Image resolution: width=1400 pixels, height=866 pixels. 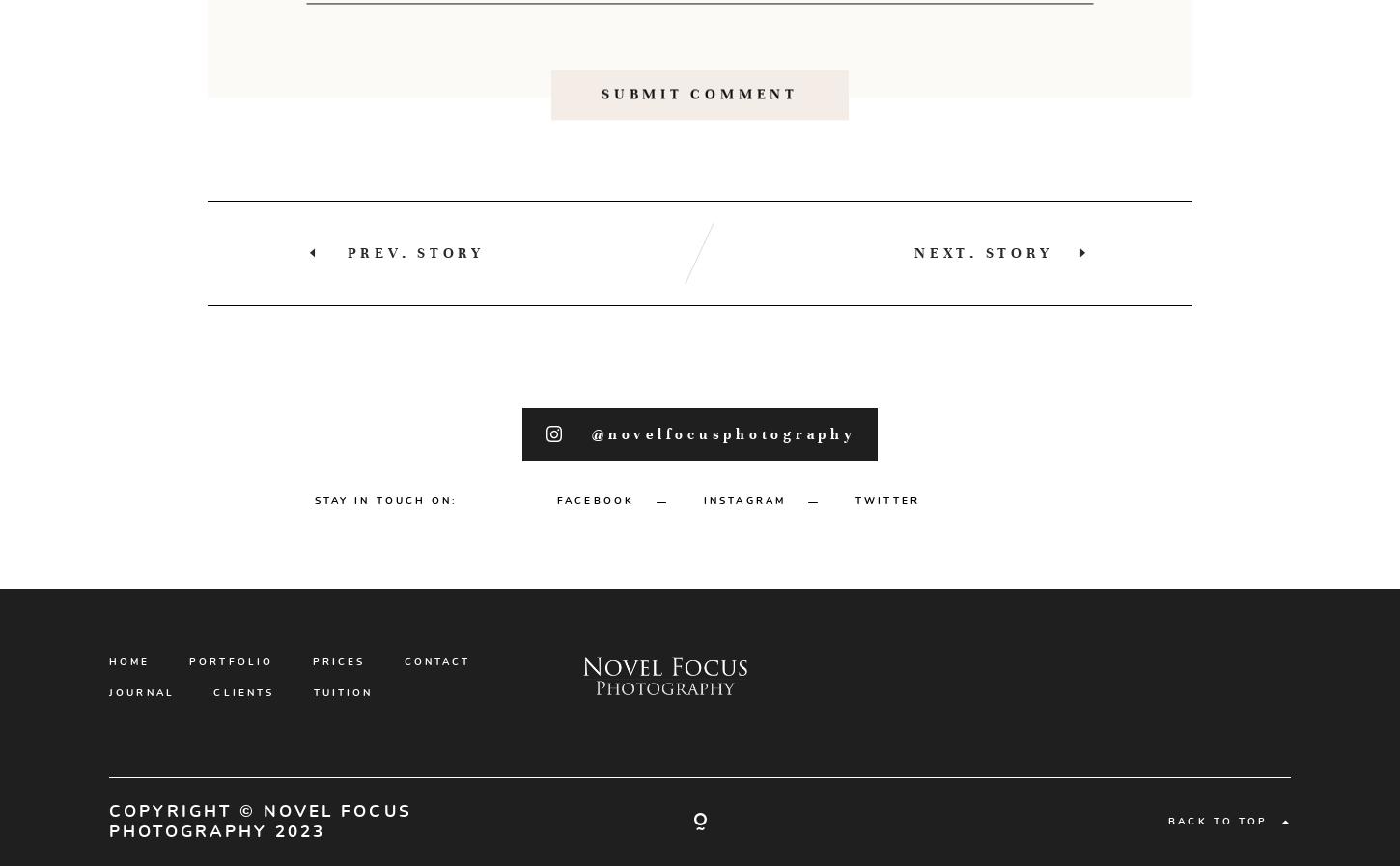 What do you see at coordinates (435, 823) in the screenshot?
I see `'MY APPROACH'` at bounding box center [435, 823].